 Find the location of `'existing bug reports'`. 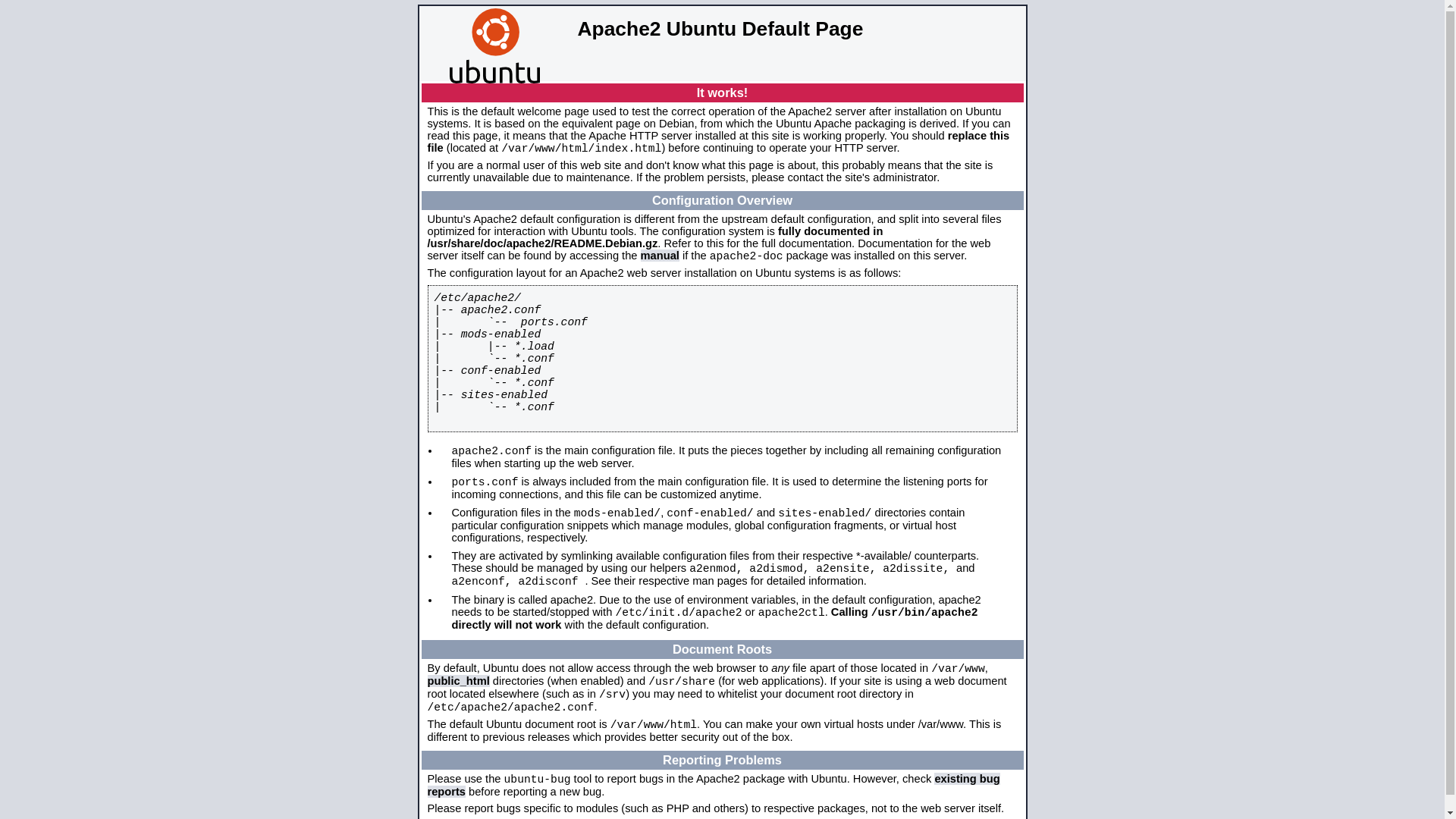

'existing bug reports' is located at coordinates (713, 785).